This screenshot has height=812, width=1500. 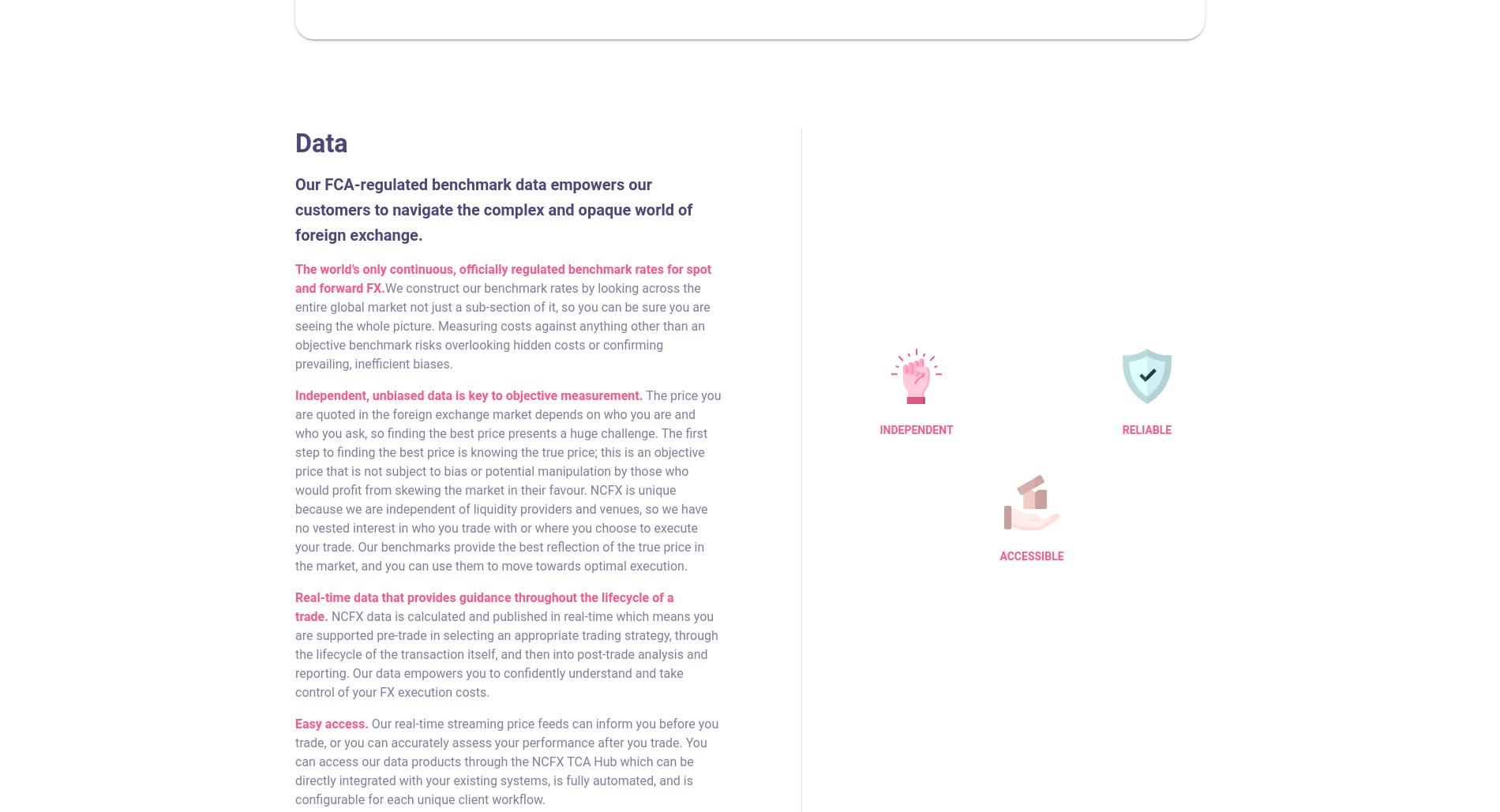 What do you see at coordinates (503, 278) in the screenshot?
I see `'The world’s only continuous, officially regulated benchmark rates for spot and forward FX.'` at bounding box center [503, 278].